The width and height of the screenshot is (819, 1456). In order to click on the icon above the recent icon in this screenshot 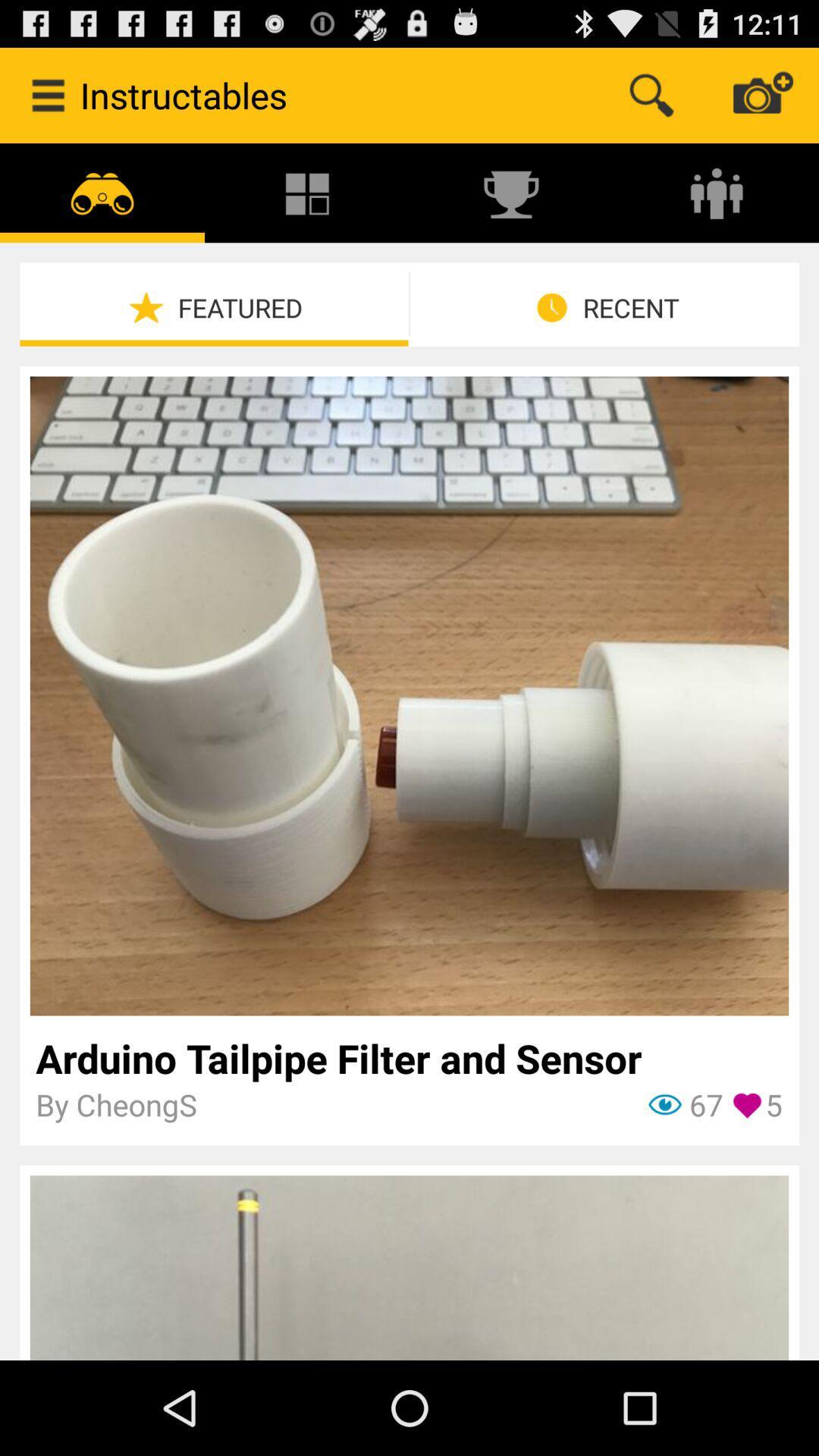, I will do `click(717, 192)`.